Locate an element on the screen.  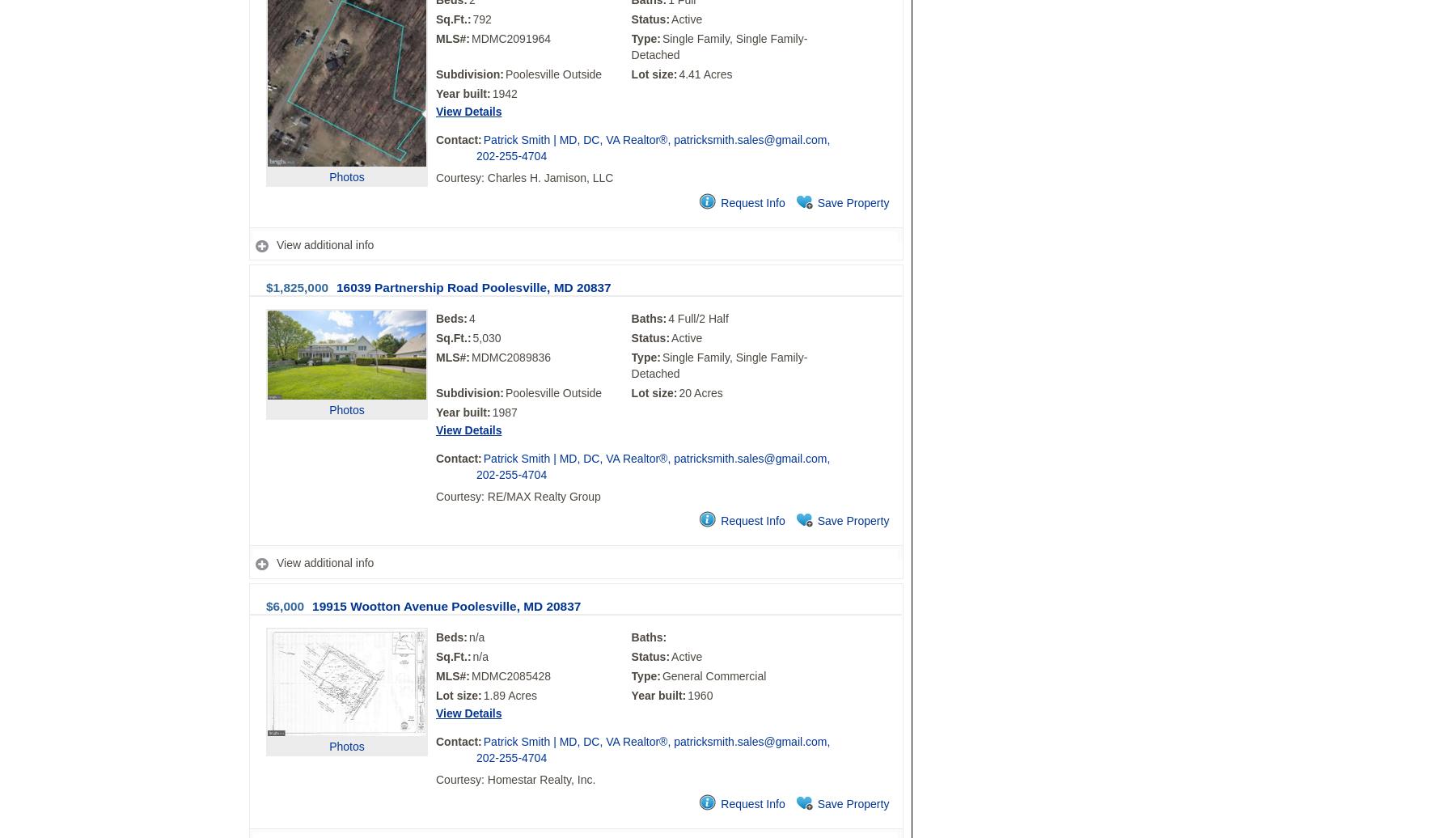
'MDMC2091964' is located at coordinates (510, 38).